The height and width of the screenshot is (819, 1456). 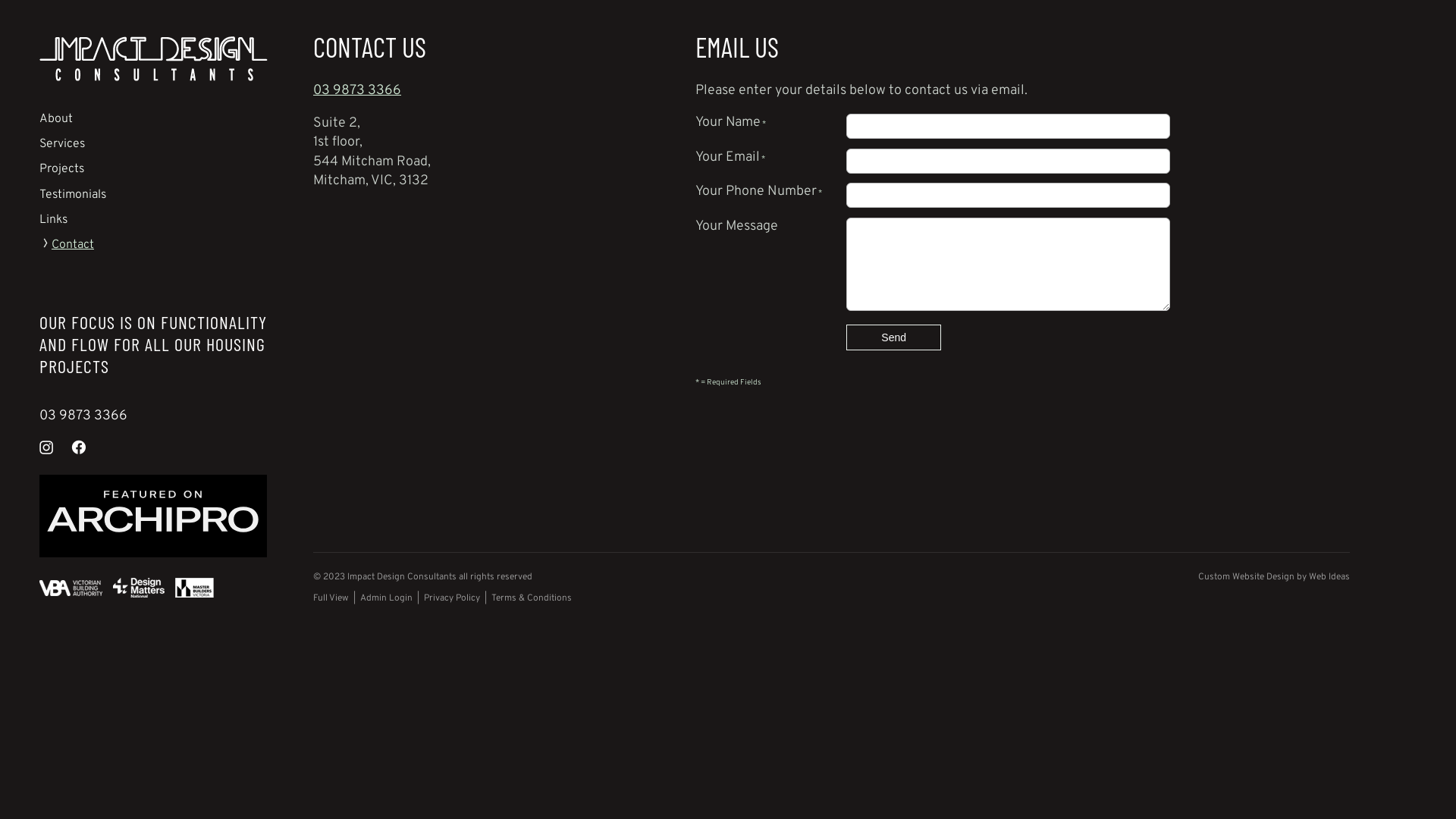 What do you see at coordinates (356, 90) in the screenshot?
I see `'03 9873 3366'` at bounding box center [356, 90].